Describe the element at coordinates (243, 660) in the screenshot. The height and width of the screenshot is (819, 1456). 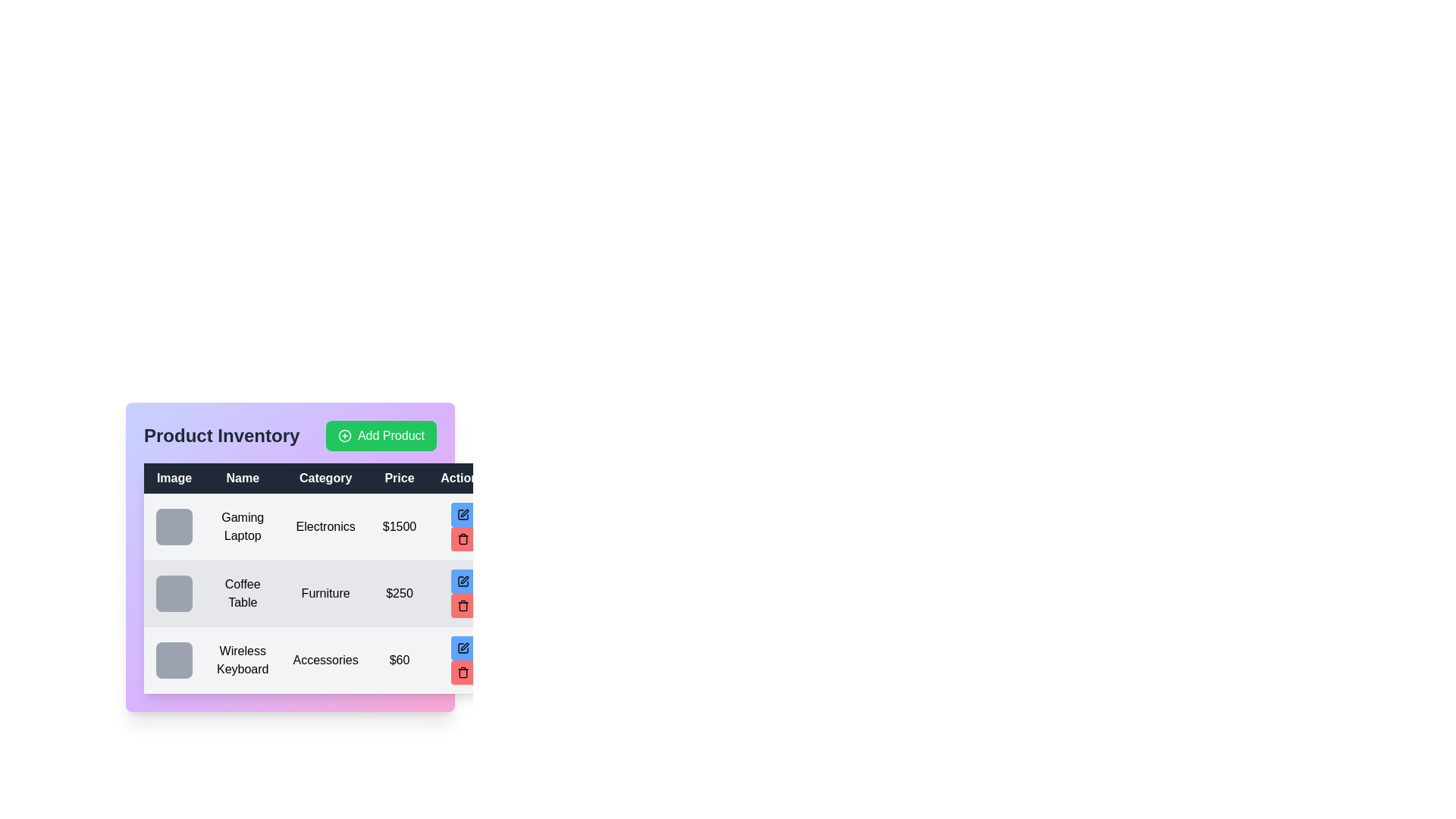
I see `the text label identifying the product name 'Wireless Keyboard' located in the third row under the 'Name' column to possibly reveal details` at that location.